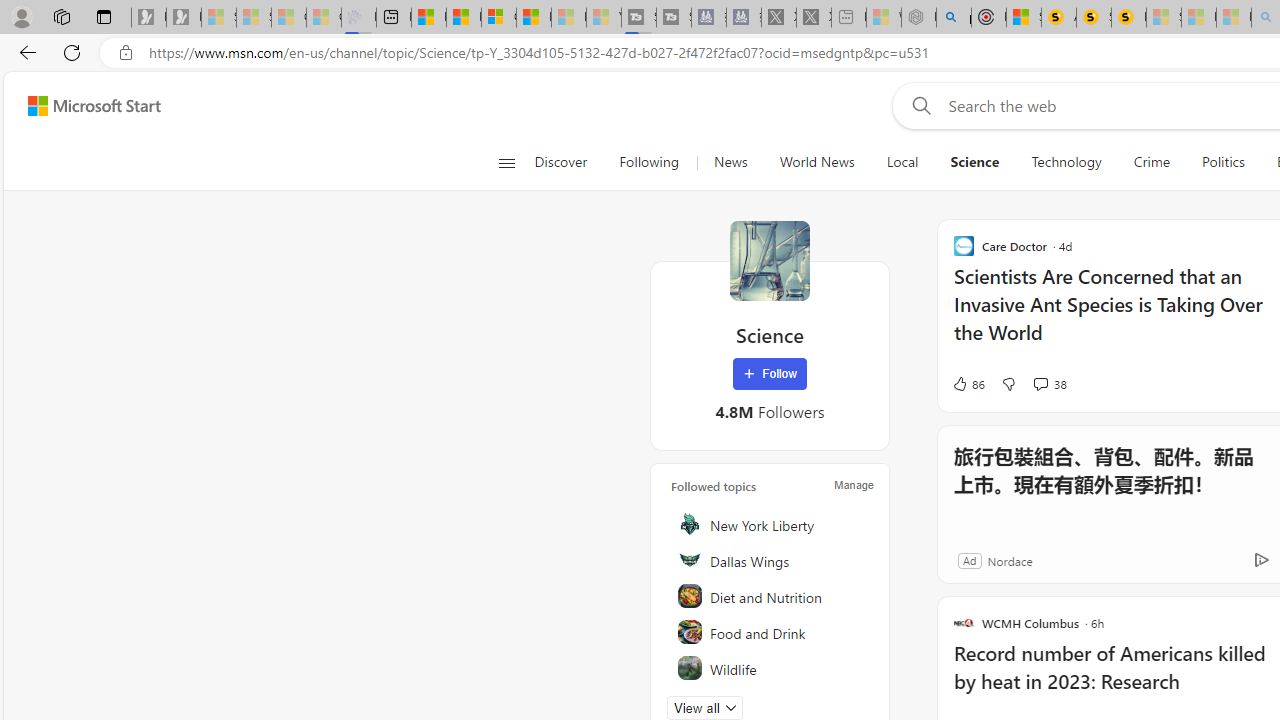 This screenshot has width=1280, height=720. Describe the element at coordinates (770, 703) in the screenshot. I see `'Pets'` at that location.